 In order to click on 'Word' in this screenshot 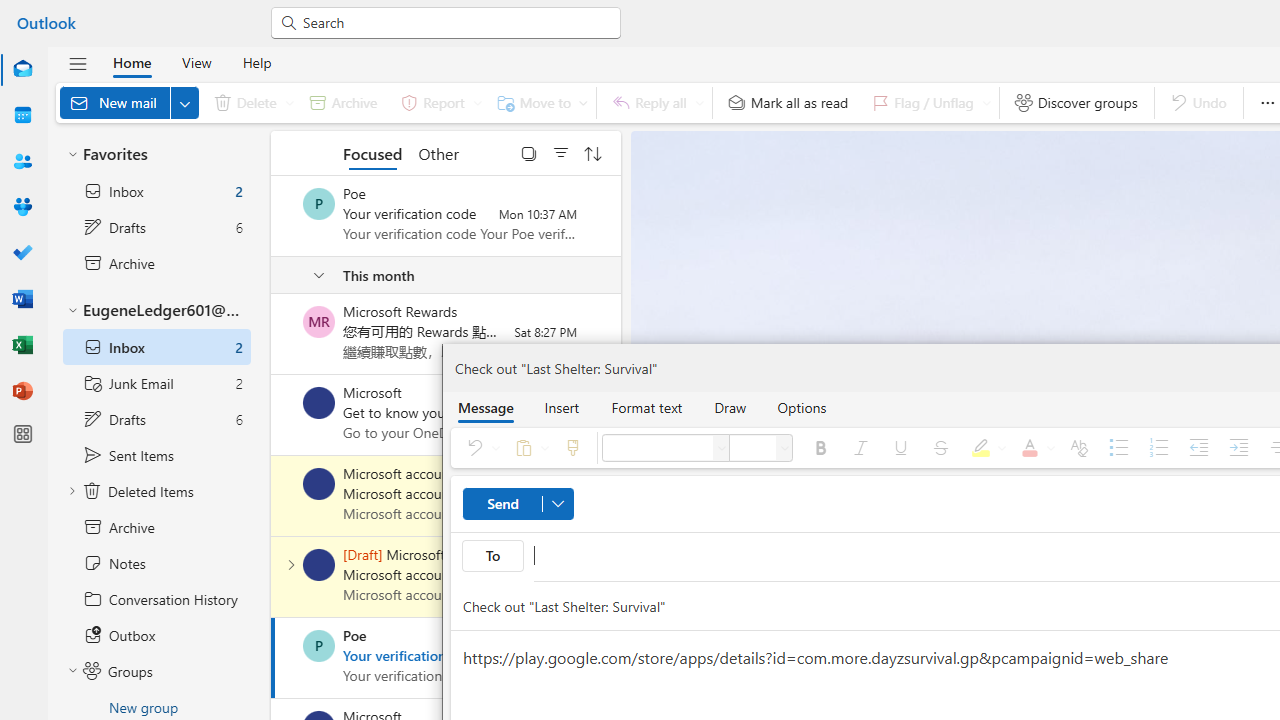, I will do `click(23, 299)`.